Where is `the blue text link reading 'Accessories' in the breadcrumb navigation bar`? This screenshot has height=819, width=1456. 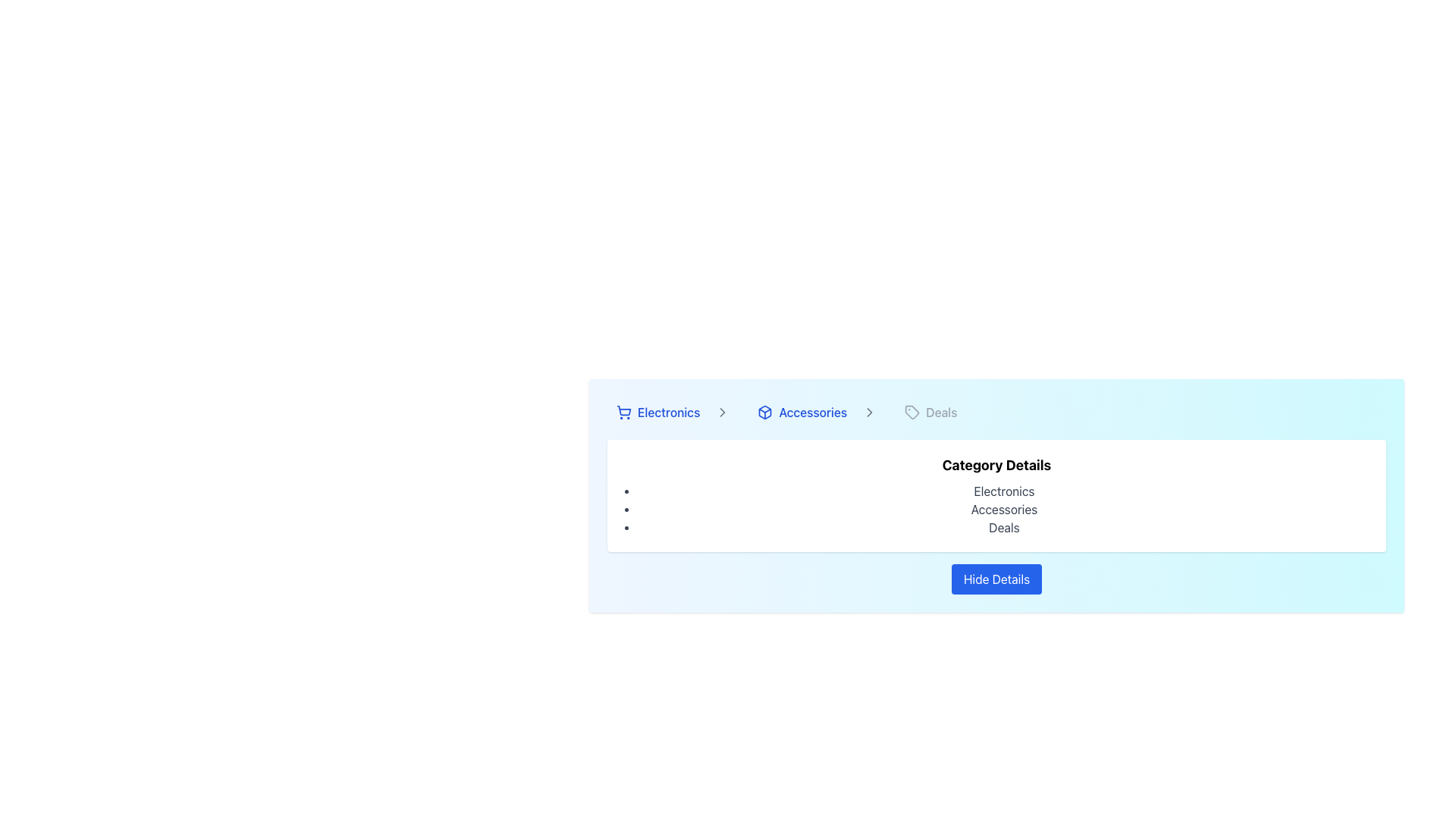
the blue text link reading 'Accessories' in the breadcrumb navigation bar is located at coordinates (811, 412).